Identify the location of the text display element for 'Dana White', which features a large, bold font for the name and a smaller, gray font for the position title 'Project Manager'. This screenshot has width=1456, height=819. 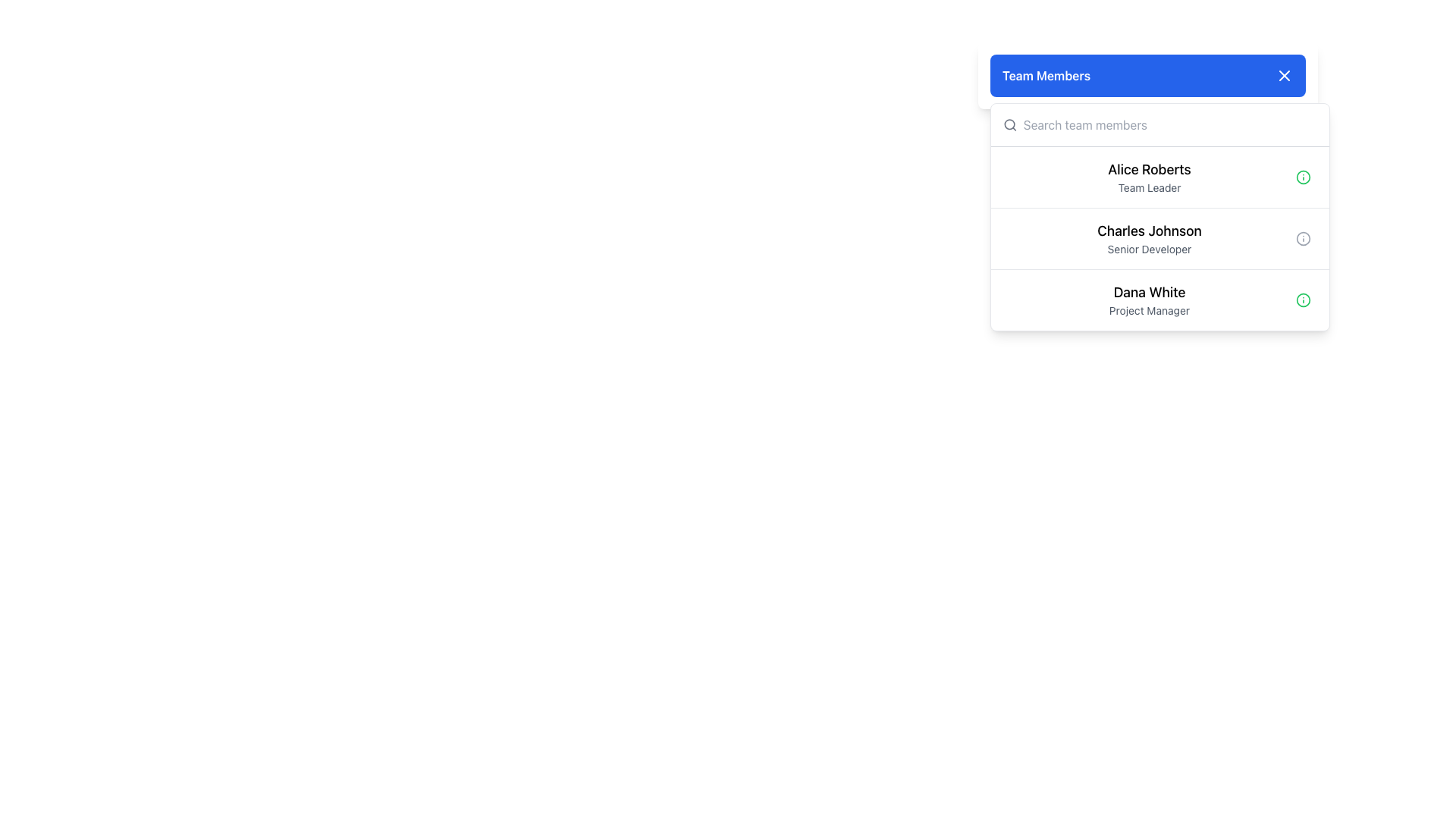
(1150, 300).